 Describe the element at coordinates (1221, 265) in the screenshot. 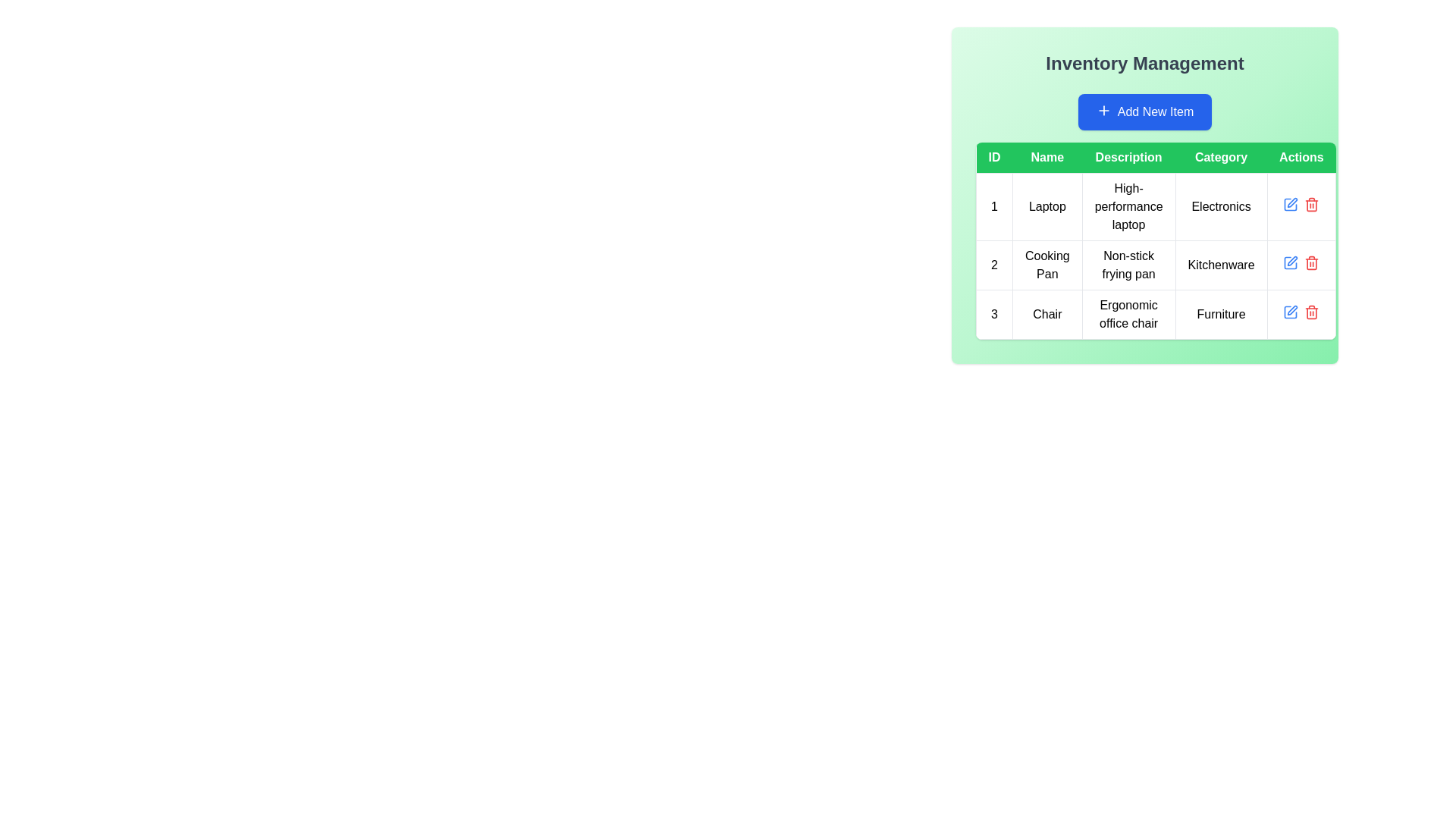

I see `the Table Cell displaying 'Kitchenware' in black font, located in the second row and fourth column of the table` at that location.